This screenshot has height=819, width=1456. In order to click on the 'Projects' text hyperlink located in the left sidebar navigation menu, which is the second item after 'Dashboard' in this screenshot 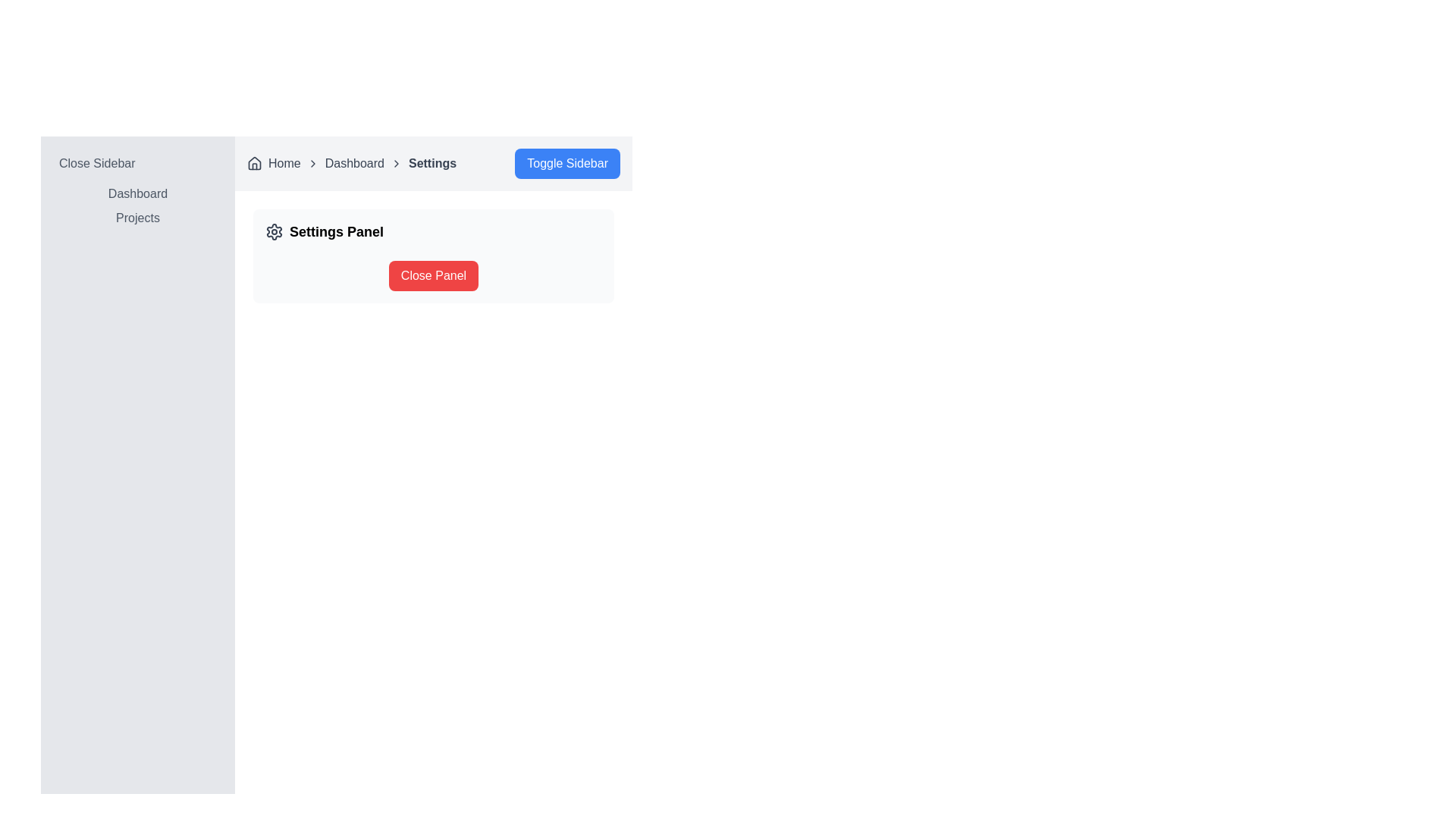, I will do `click(138, 218)`.